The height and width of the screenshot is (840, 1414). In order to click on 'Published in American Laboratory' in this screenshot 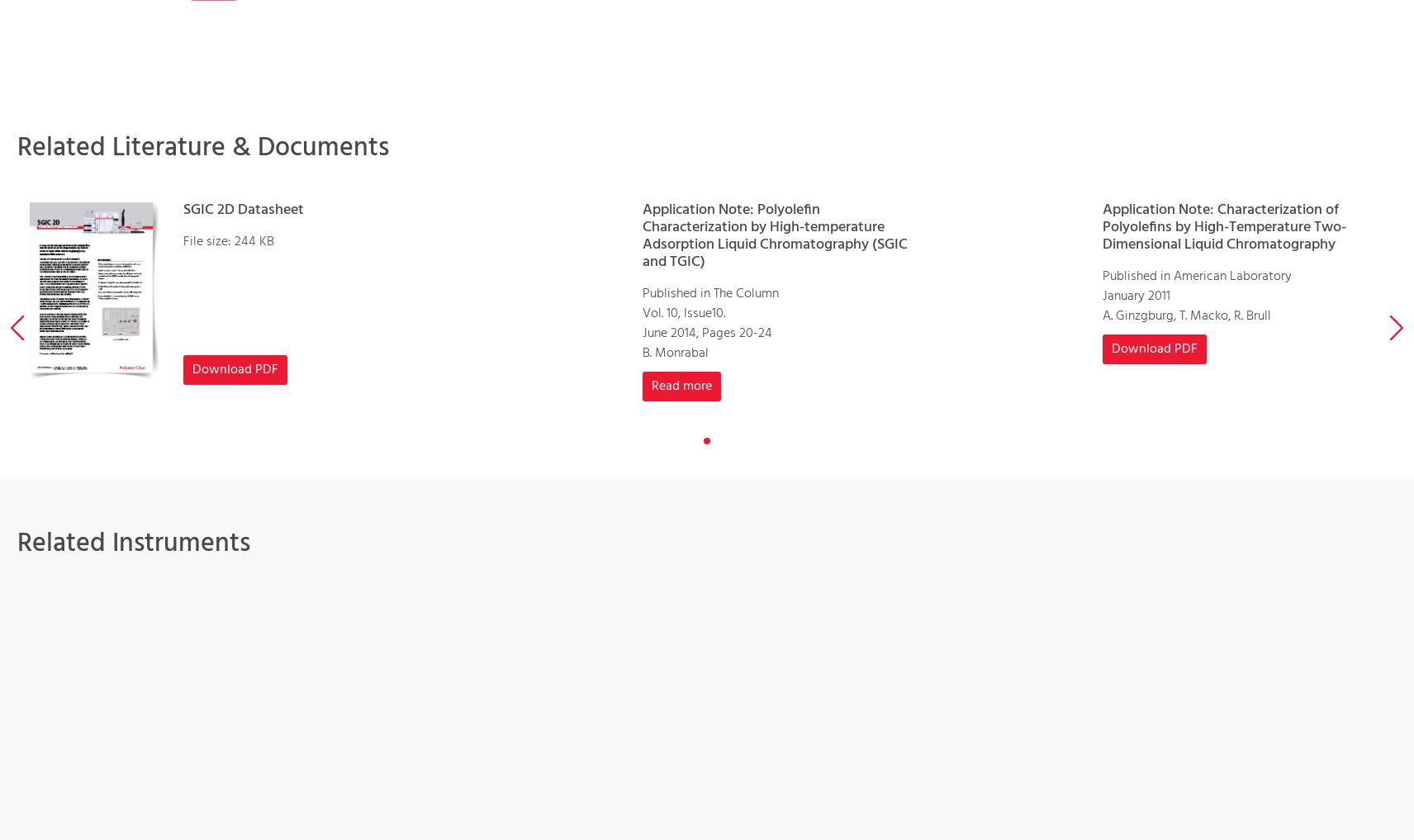, I will do `click(1195, 275)`.